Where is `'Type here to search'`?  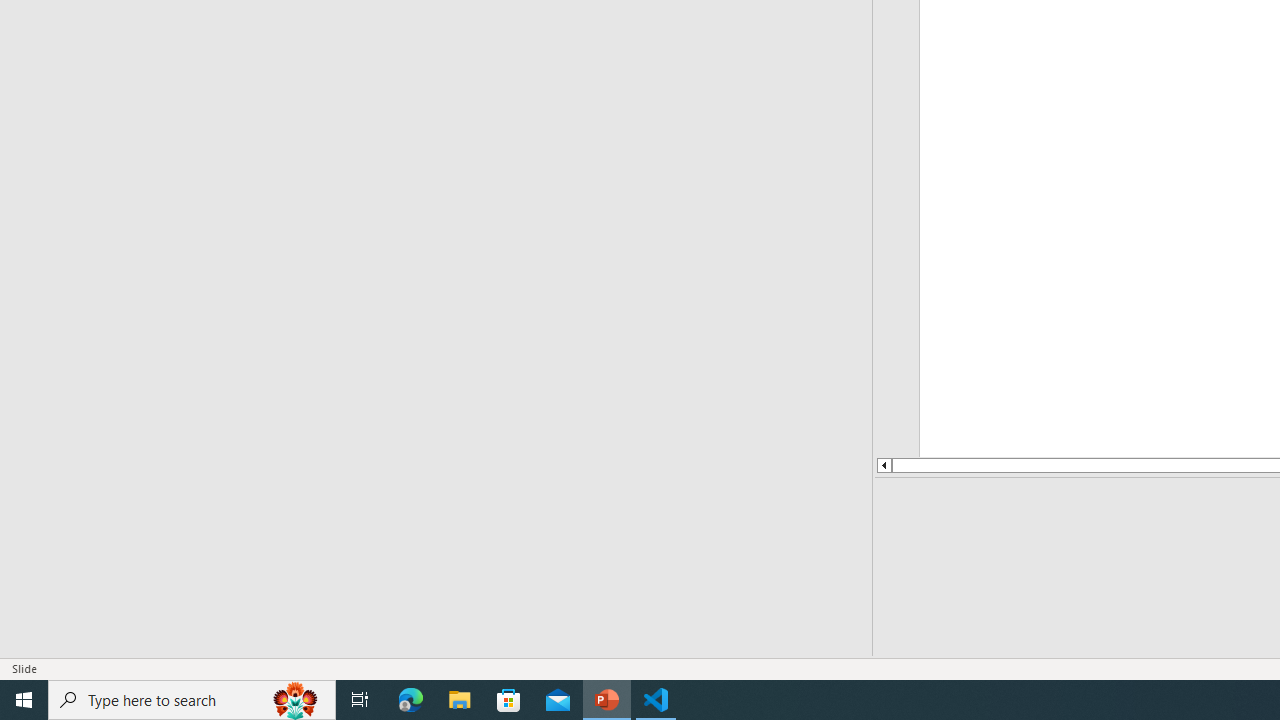 'Type here to search' is located at coordinates (192, 698).